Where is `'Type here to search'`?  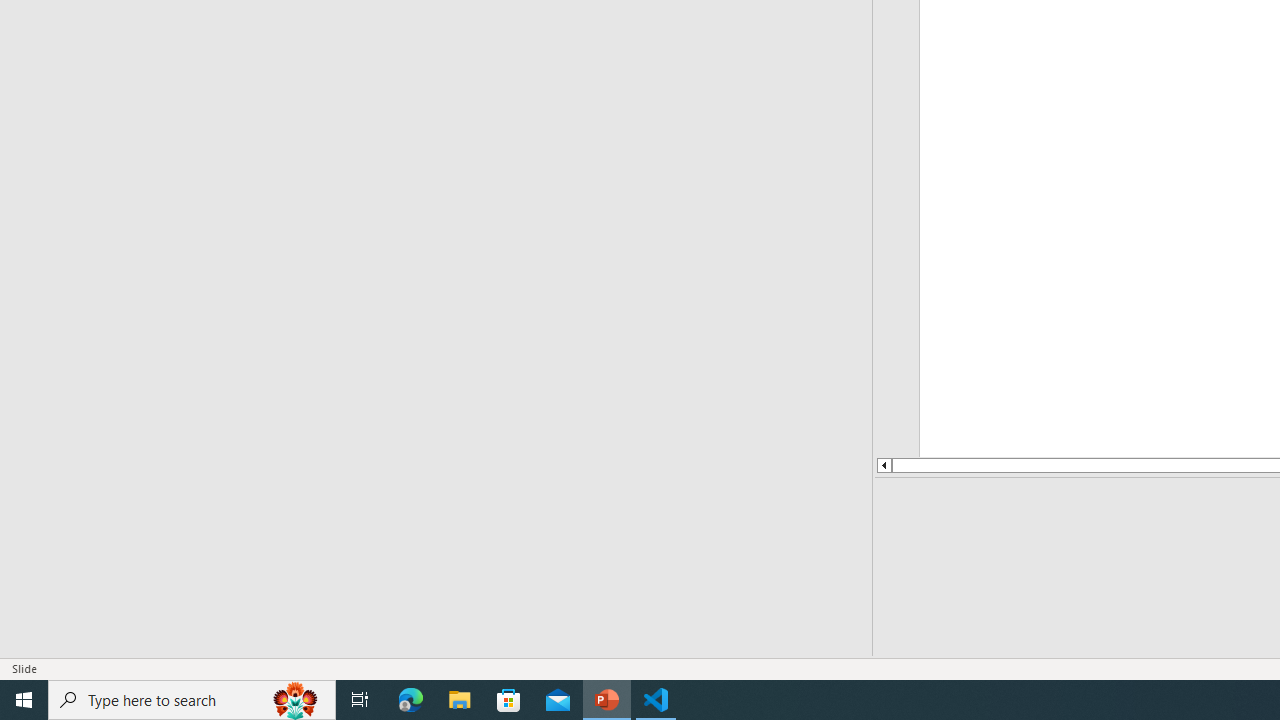 'Type here to search' is located at coordinates (192, 698).